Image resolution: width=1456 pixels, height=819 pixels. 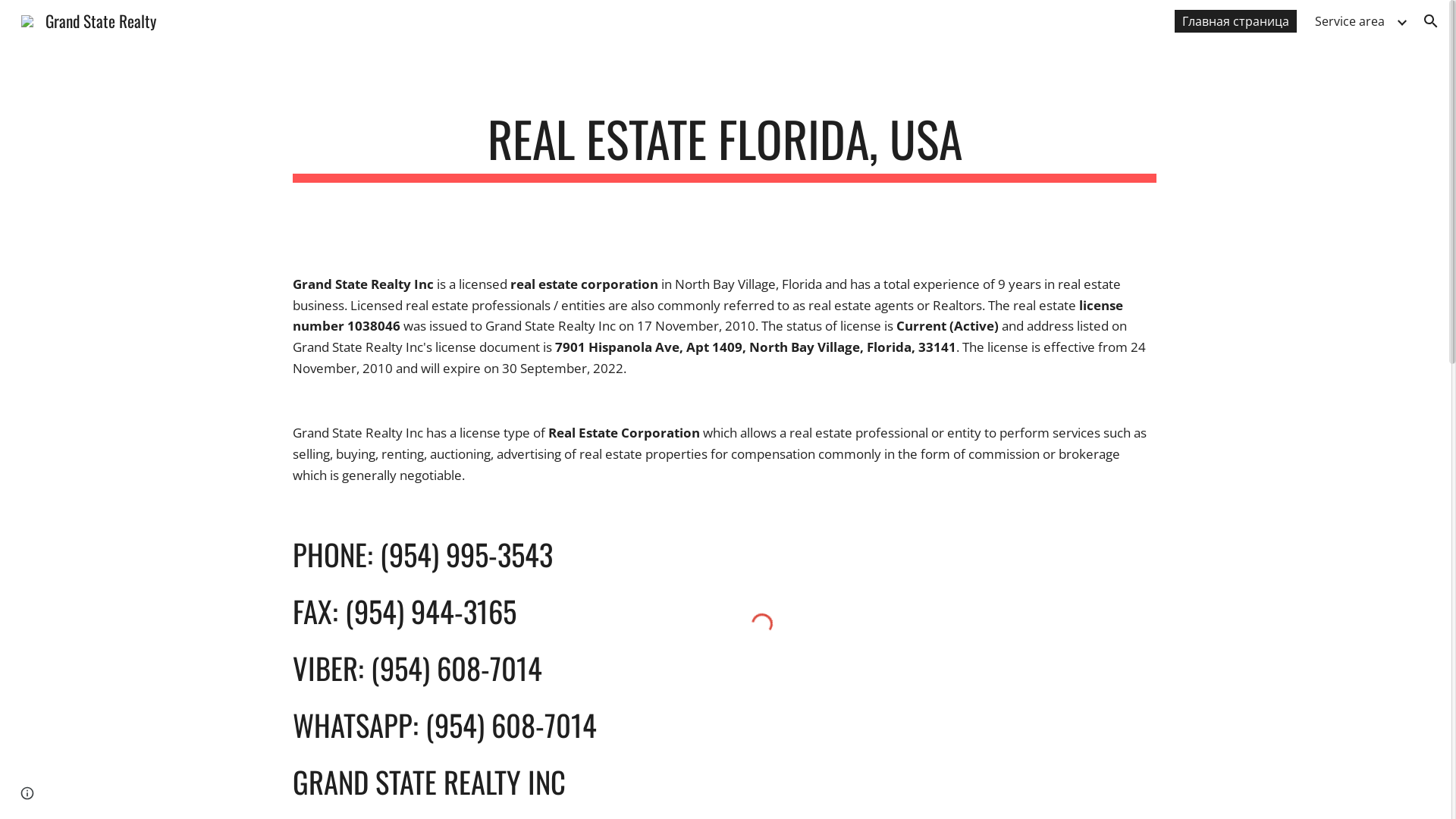 What do you see at coordinates (735, 623) in the screenshot?
I see `'Custom embed'` at bounding box center [735, 623].